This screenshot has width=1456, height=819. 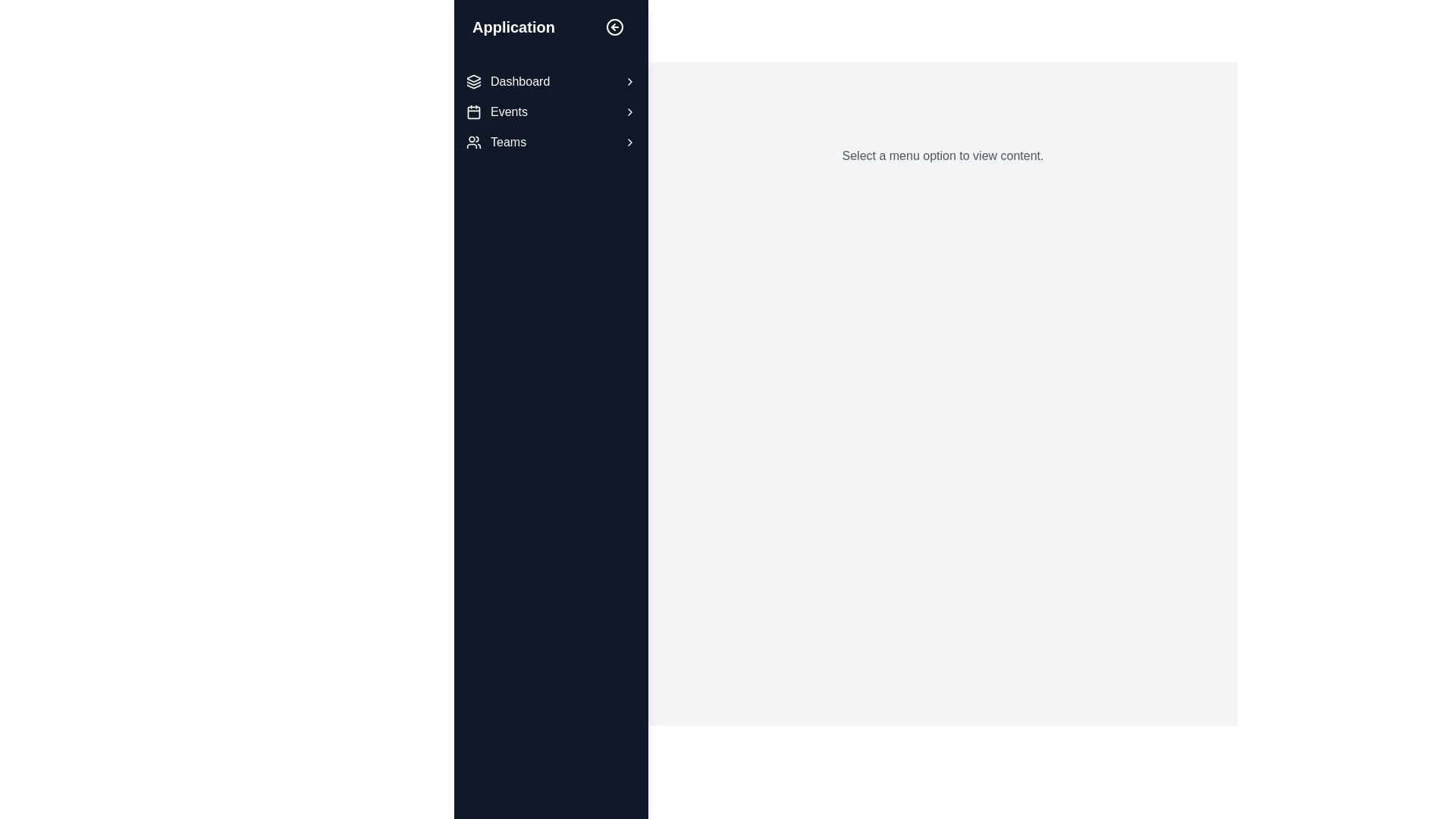 I want to click on the text label that reads 'Select a menu option, so click(x=942, y=155).